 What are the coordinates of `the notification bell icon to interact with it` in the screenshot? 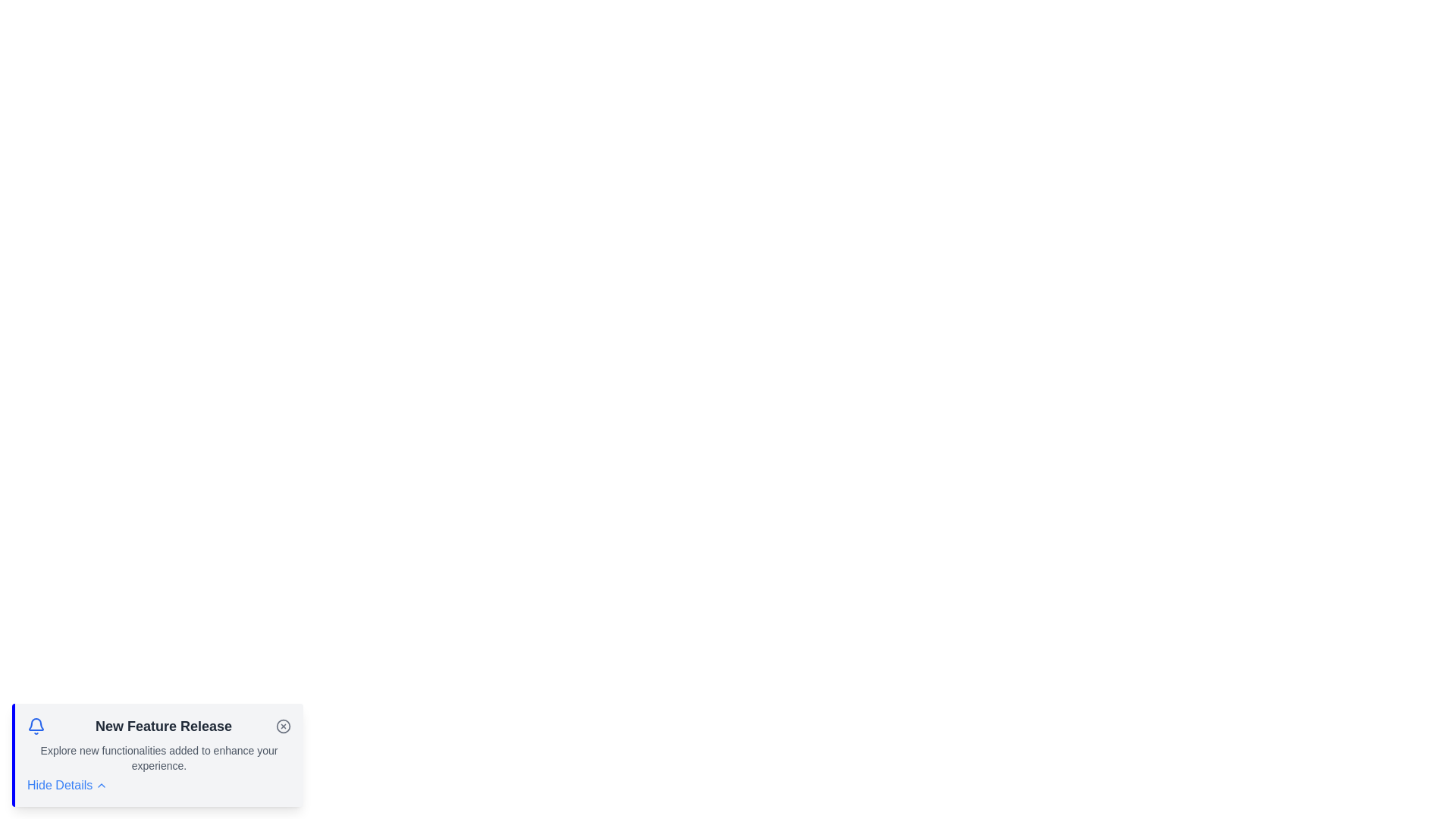 It's located at (36, 725).